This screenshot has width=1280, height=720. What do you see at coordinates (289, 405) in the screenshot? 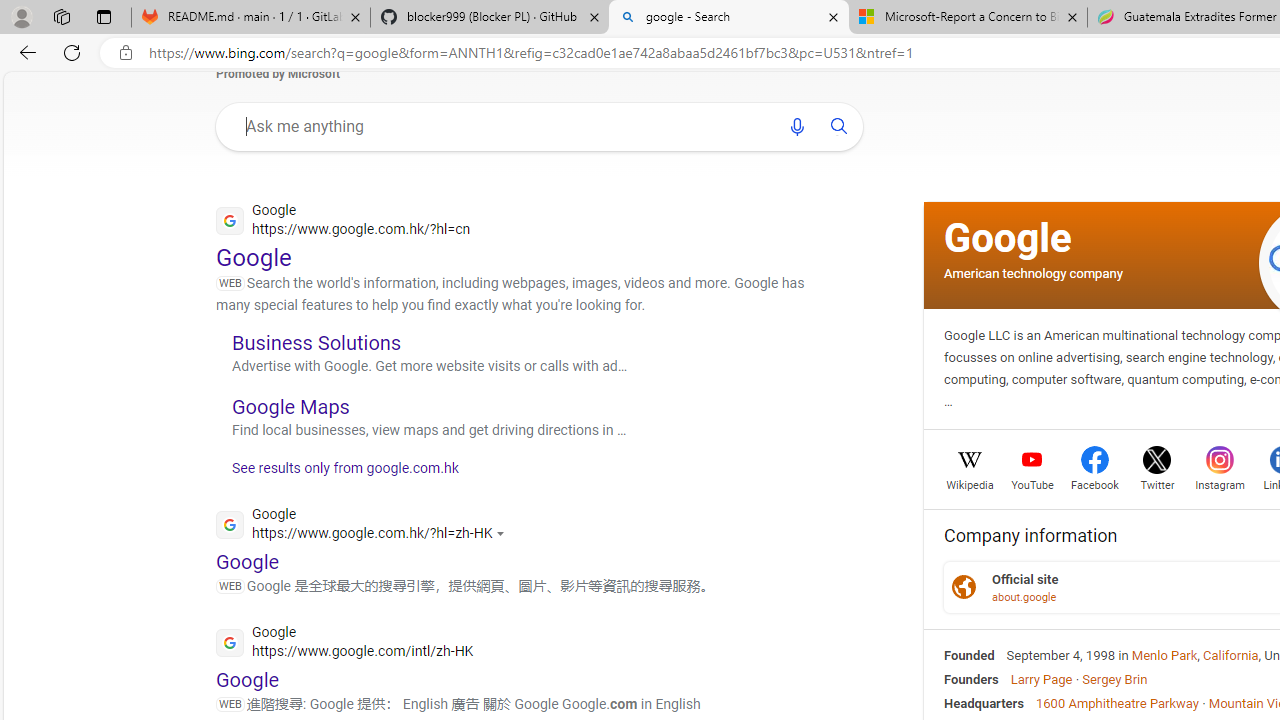
I see `'Google Maps'` at bounding box center [289, 405].